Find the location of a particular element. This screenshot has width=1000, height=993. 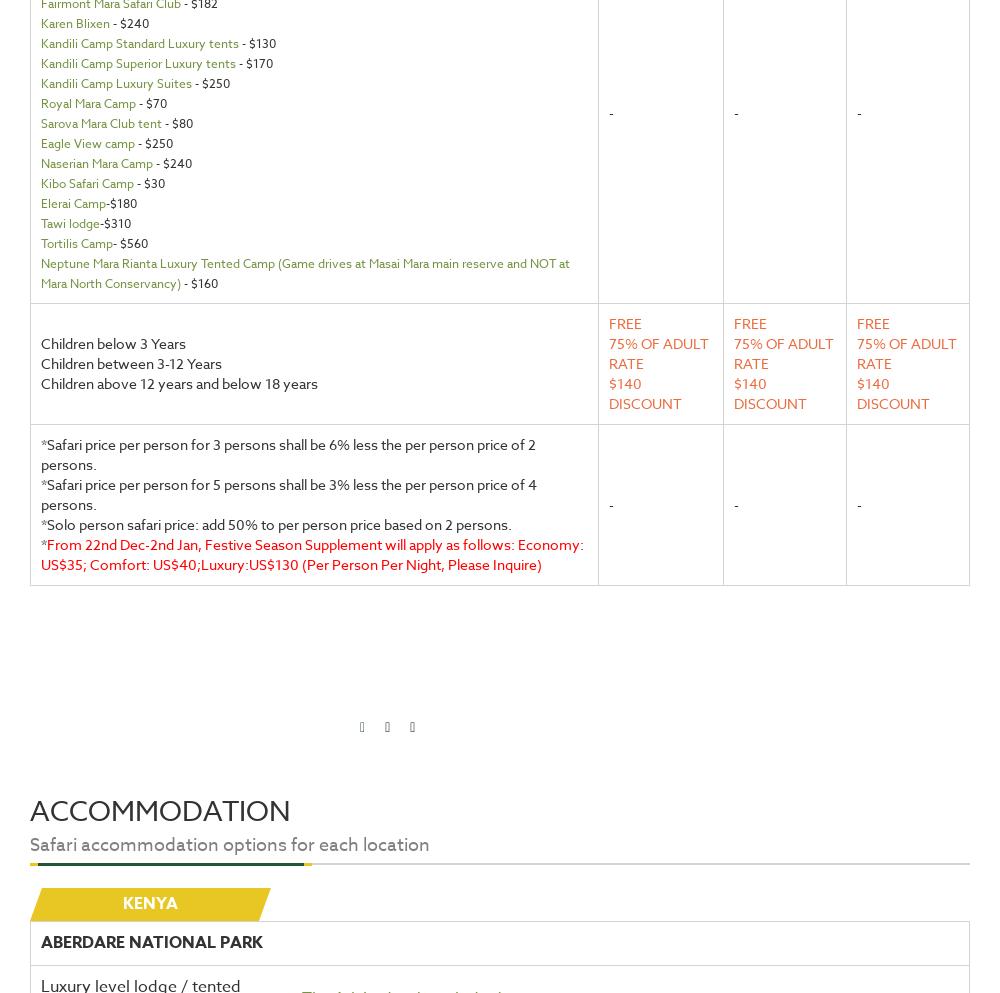

'Kandili Camp Standard Luxury tents' is located at coordinates (140, 43).